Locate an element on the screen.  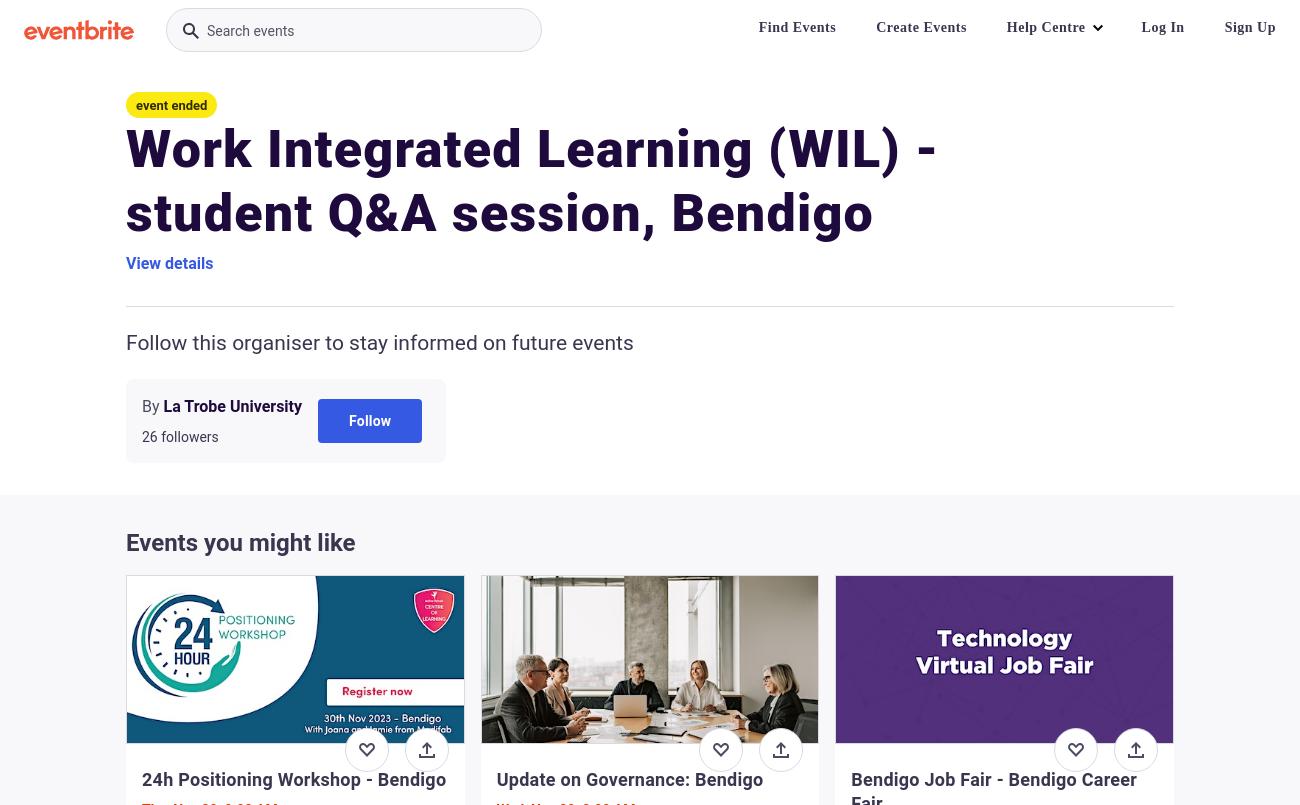
'24h Positioning Workshop - Bendigo' is located at coordinates (294, 778).